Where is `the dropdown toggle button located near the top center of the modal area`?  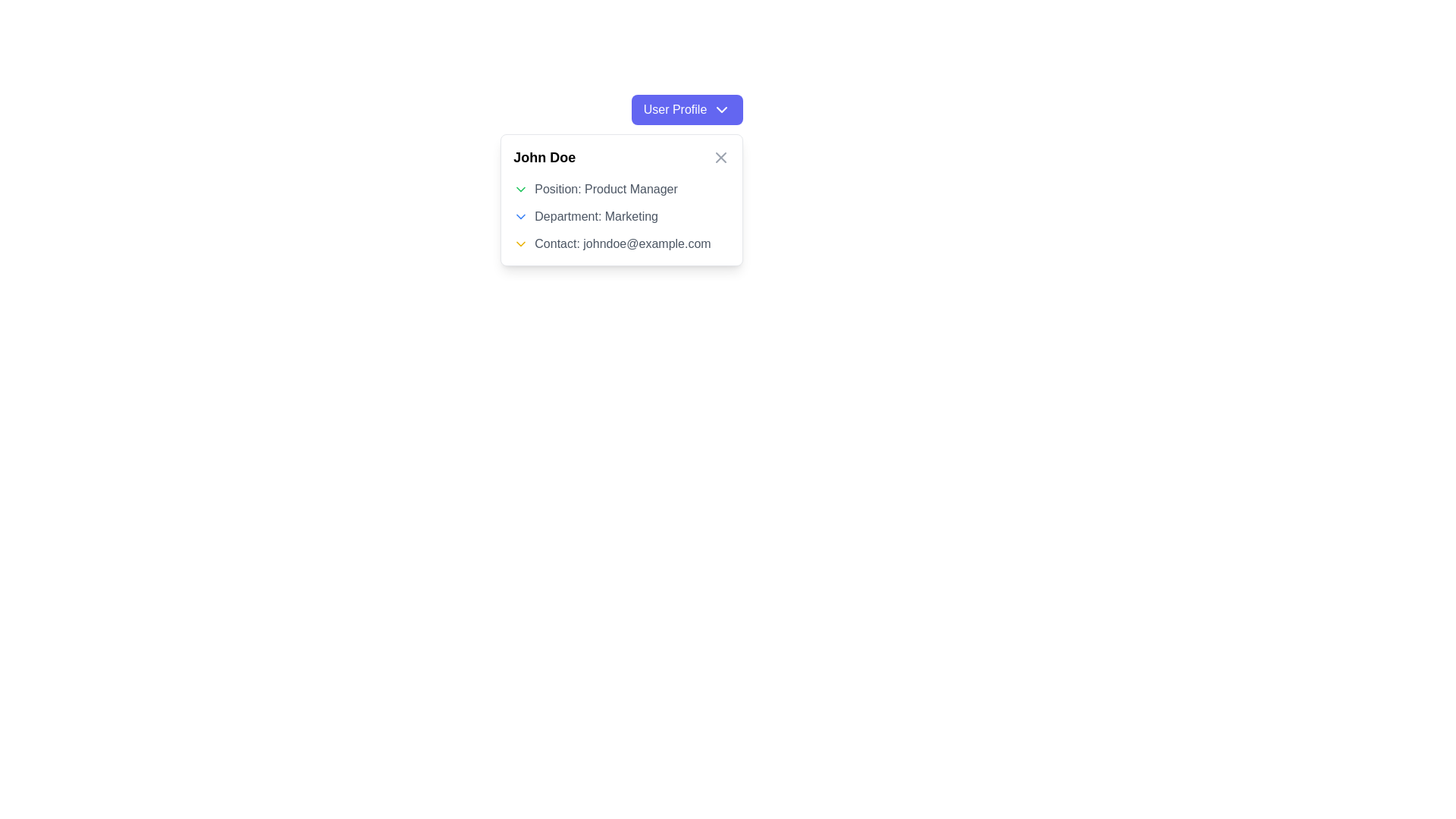
the dropdown toggle button located near the top center of the modal area is located at coordinates (686, 109).